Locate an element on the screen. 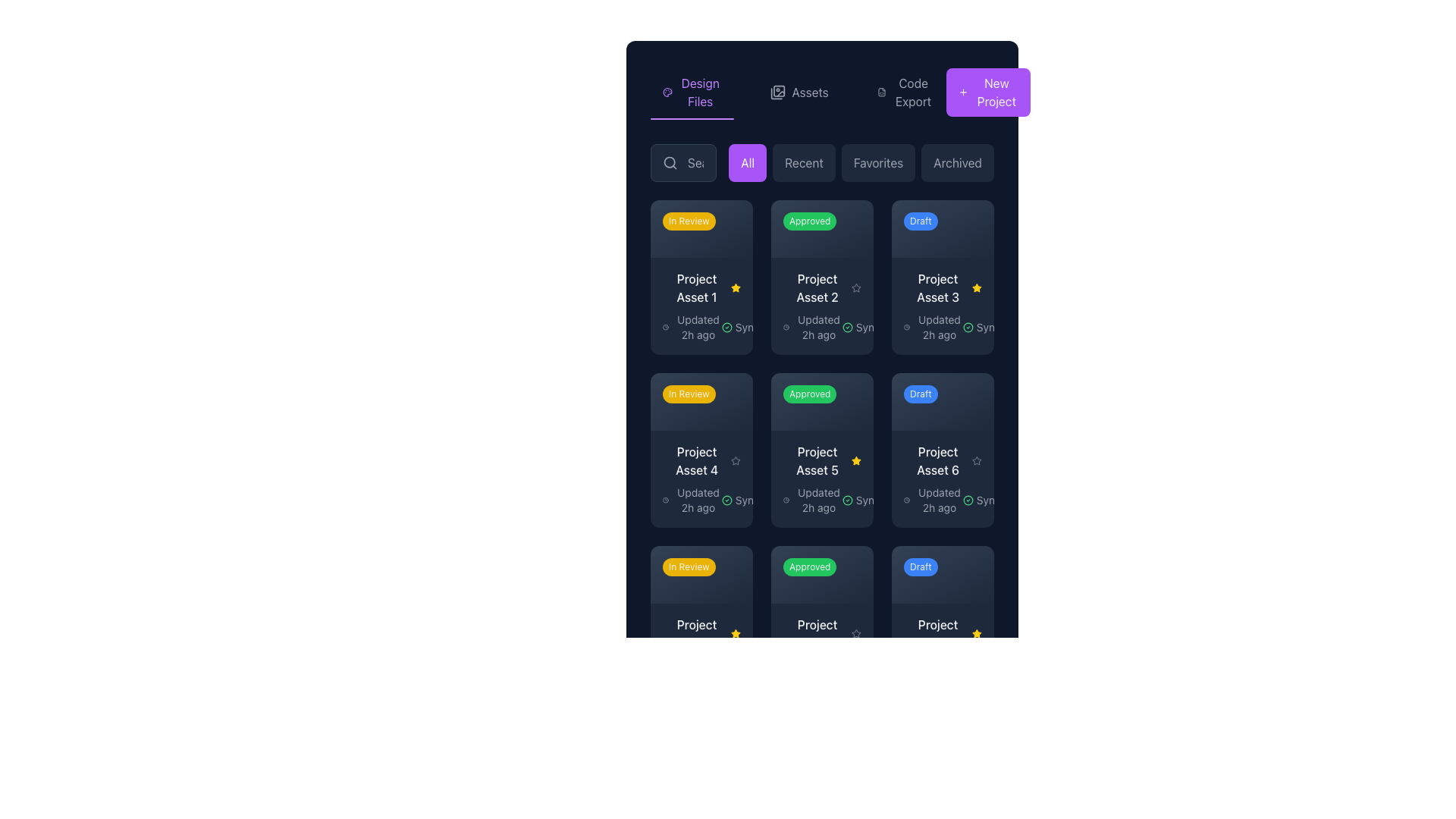 The height and width of the screenshot is (819, 1456). the text label displaying 'Project Asset 4' with a star icon on a dark blue background, located in the second row, first column of the grid layout is located at coordinates (701, 460).